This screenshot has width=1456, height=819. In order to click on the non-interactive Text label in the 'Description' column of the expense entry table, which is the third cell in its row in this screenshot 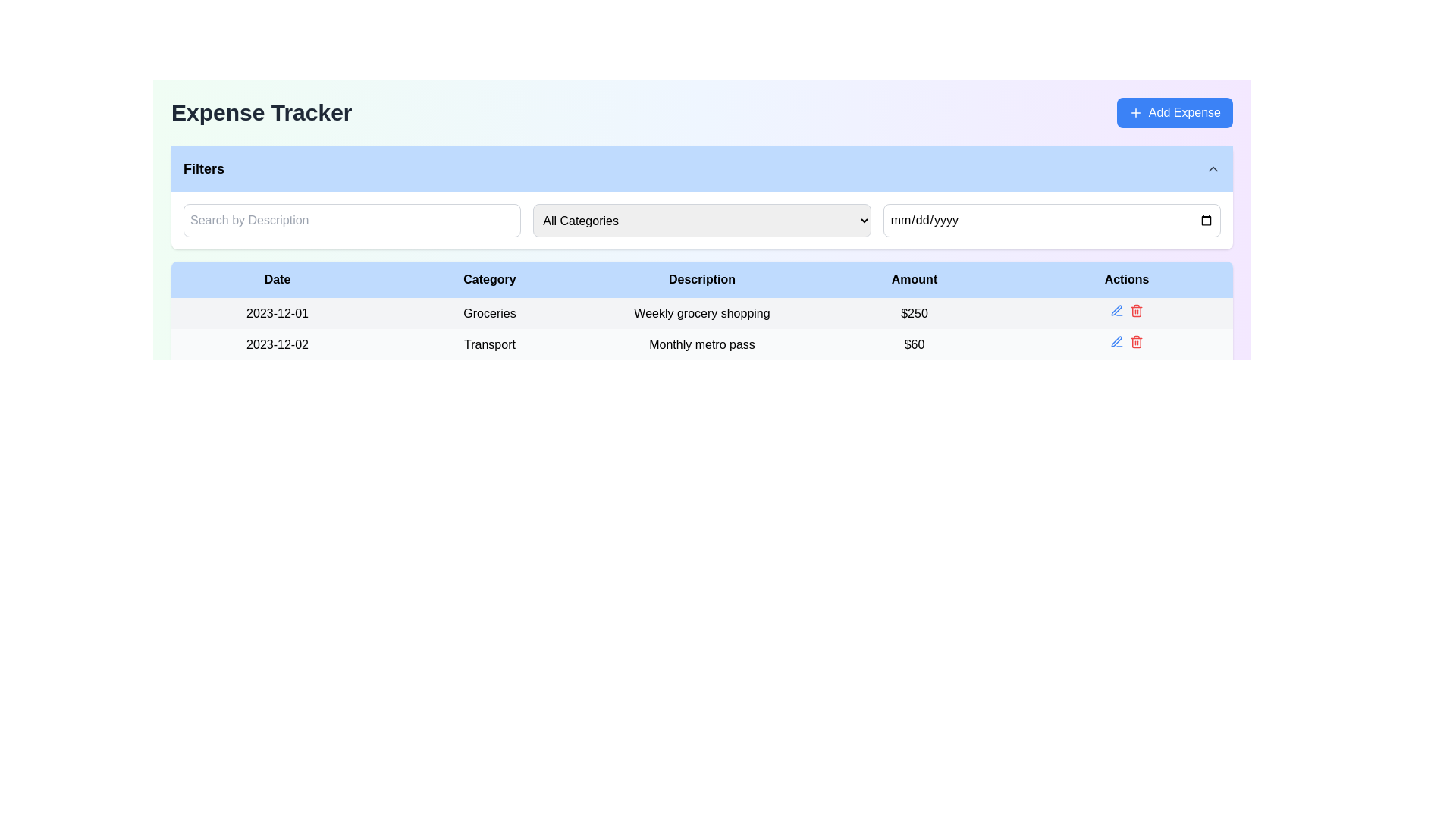, I will do `click(701, 312)`.